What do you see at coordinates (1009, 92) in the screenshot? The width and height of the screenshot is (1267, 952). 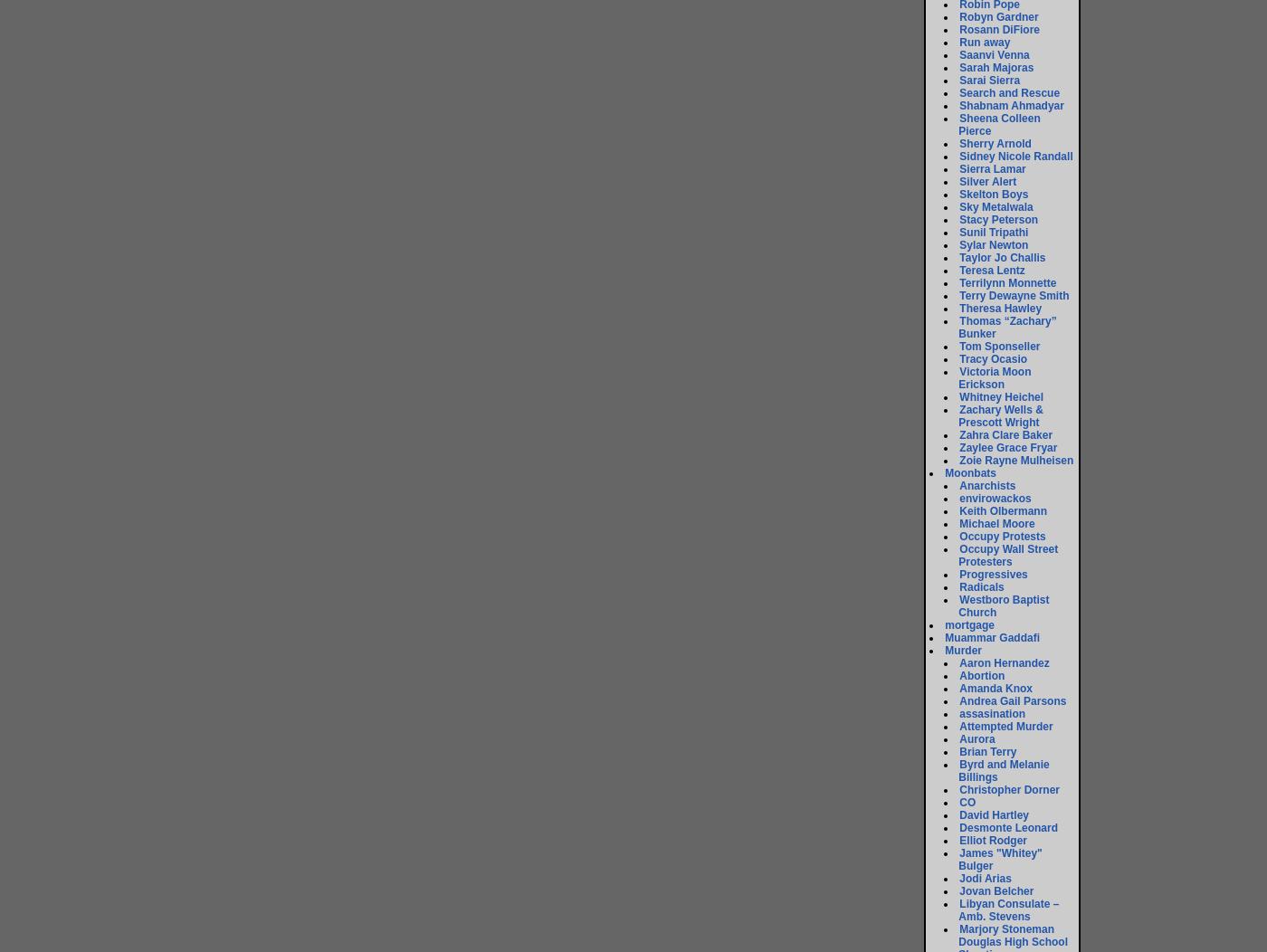 I see `'Search and Rescue'` at bounding box center [1009, 92].